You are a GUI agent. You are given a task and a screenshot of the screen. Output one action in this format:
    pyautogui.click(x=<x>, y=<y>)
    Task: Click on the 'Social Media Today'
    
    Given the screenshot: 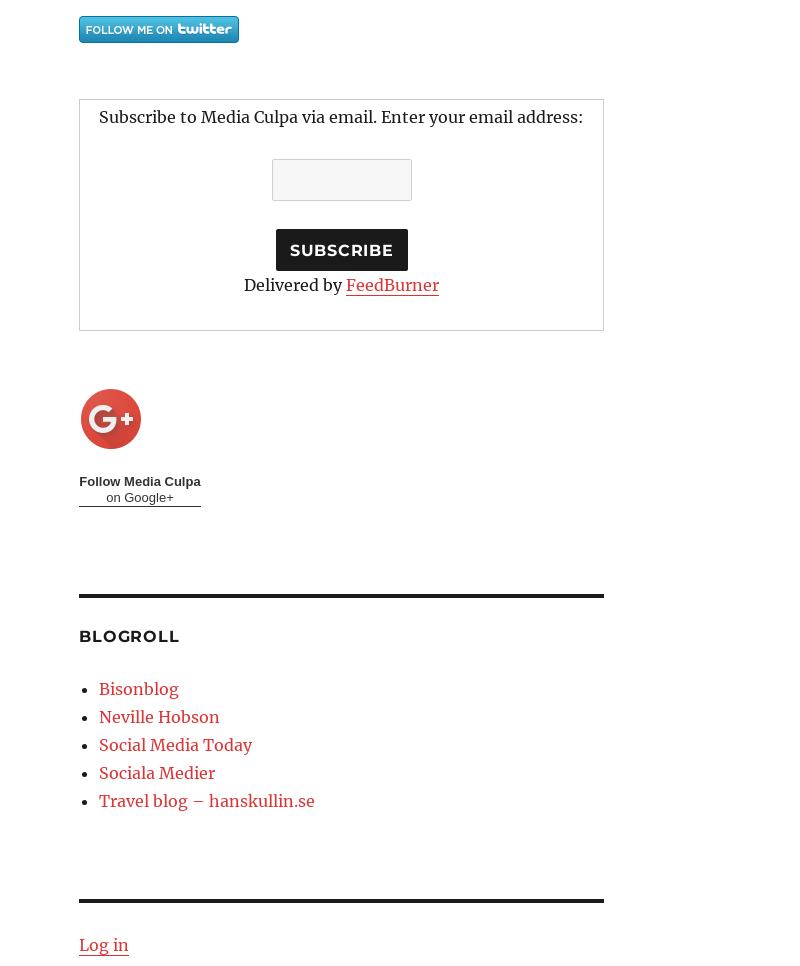 What is the action you would take?
    pyautogui.click(x=174, y=744)
    